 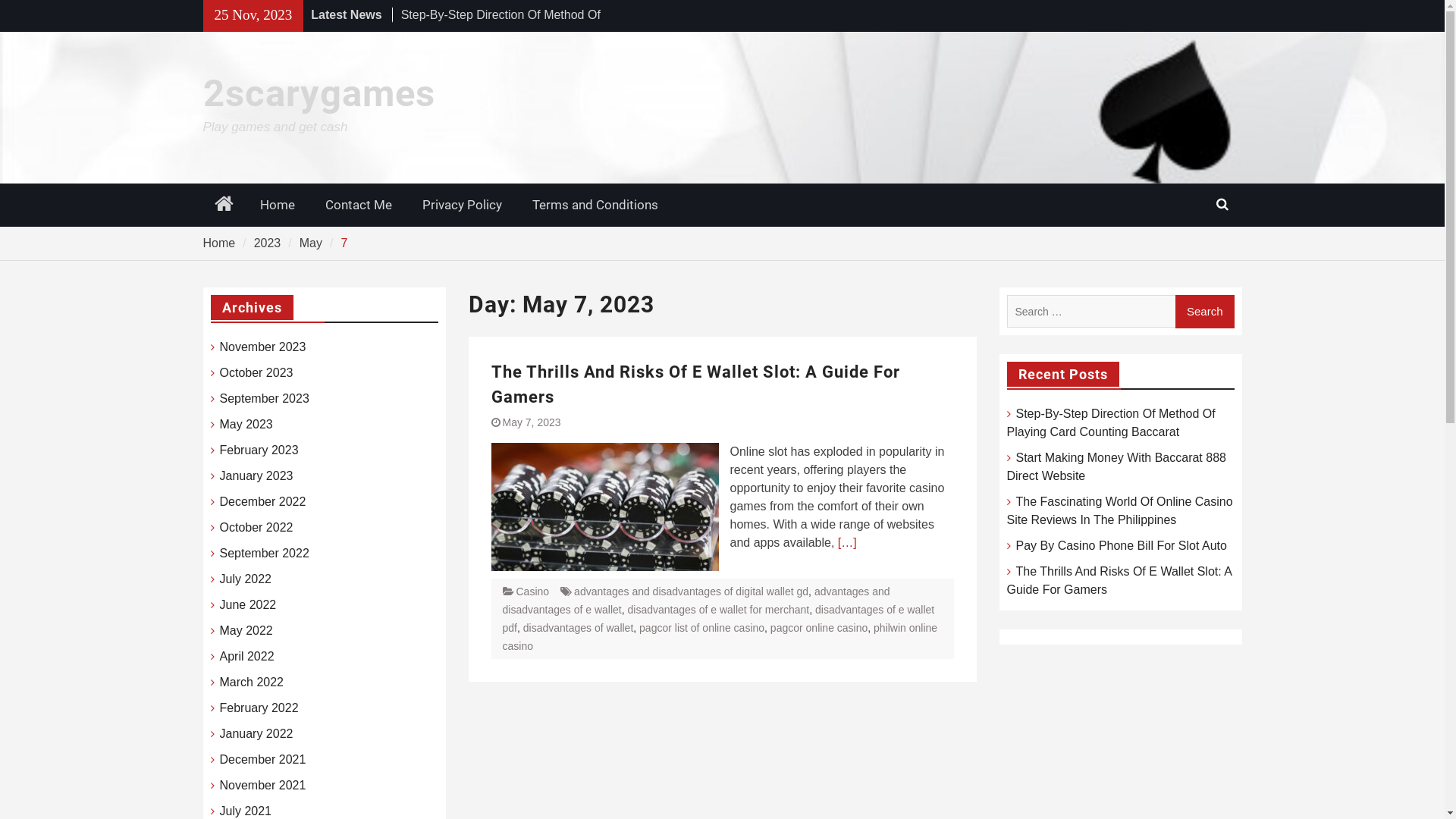 What do you see at coordinates (502, 422) in the screenshot?
I see `'May 7, 2023'` at bounding box center [502, 422].